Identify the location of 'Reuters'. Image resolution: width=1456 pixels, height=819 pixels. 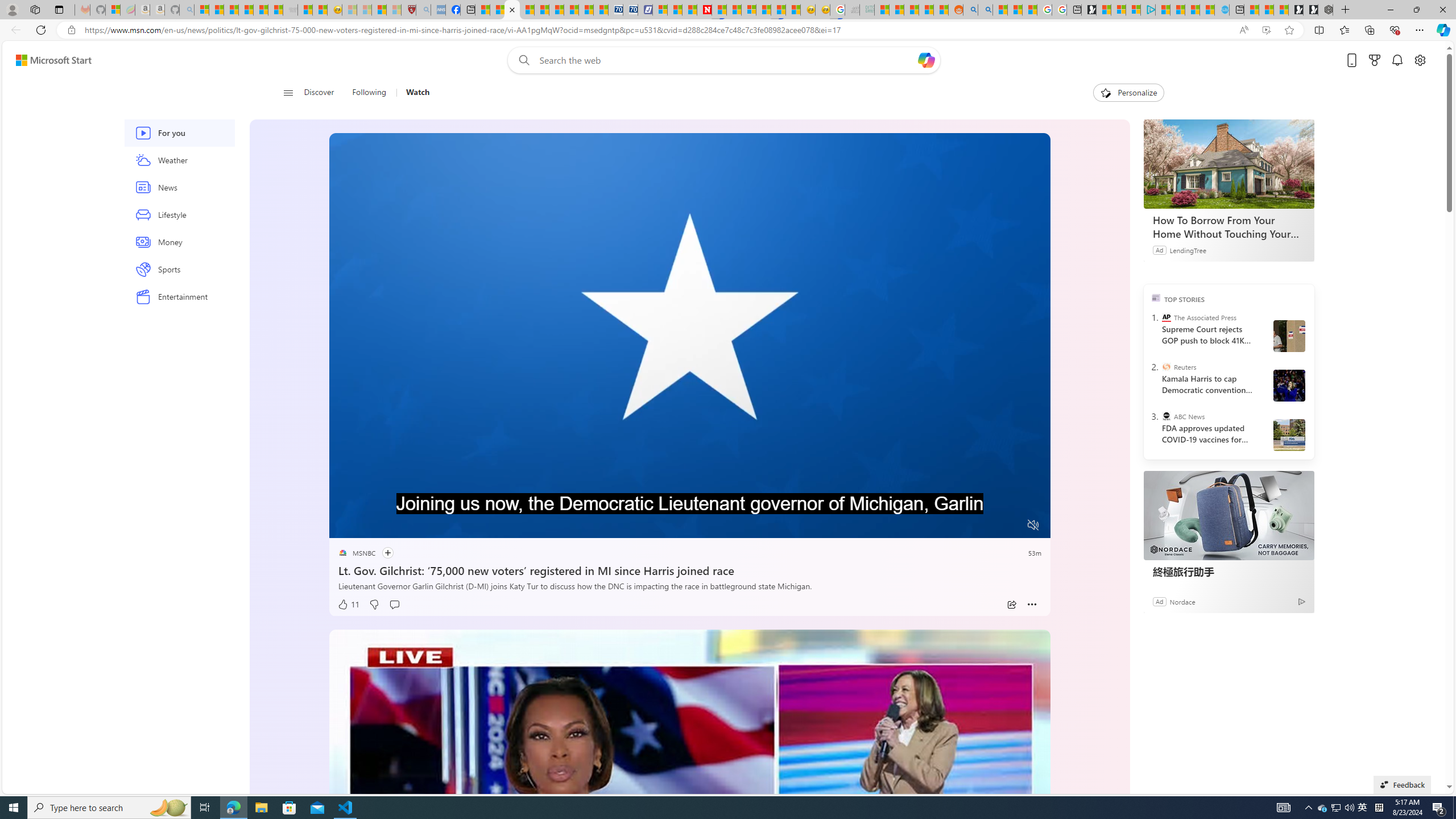
(1166, 366).